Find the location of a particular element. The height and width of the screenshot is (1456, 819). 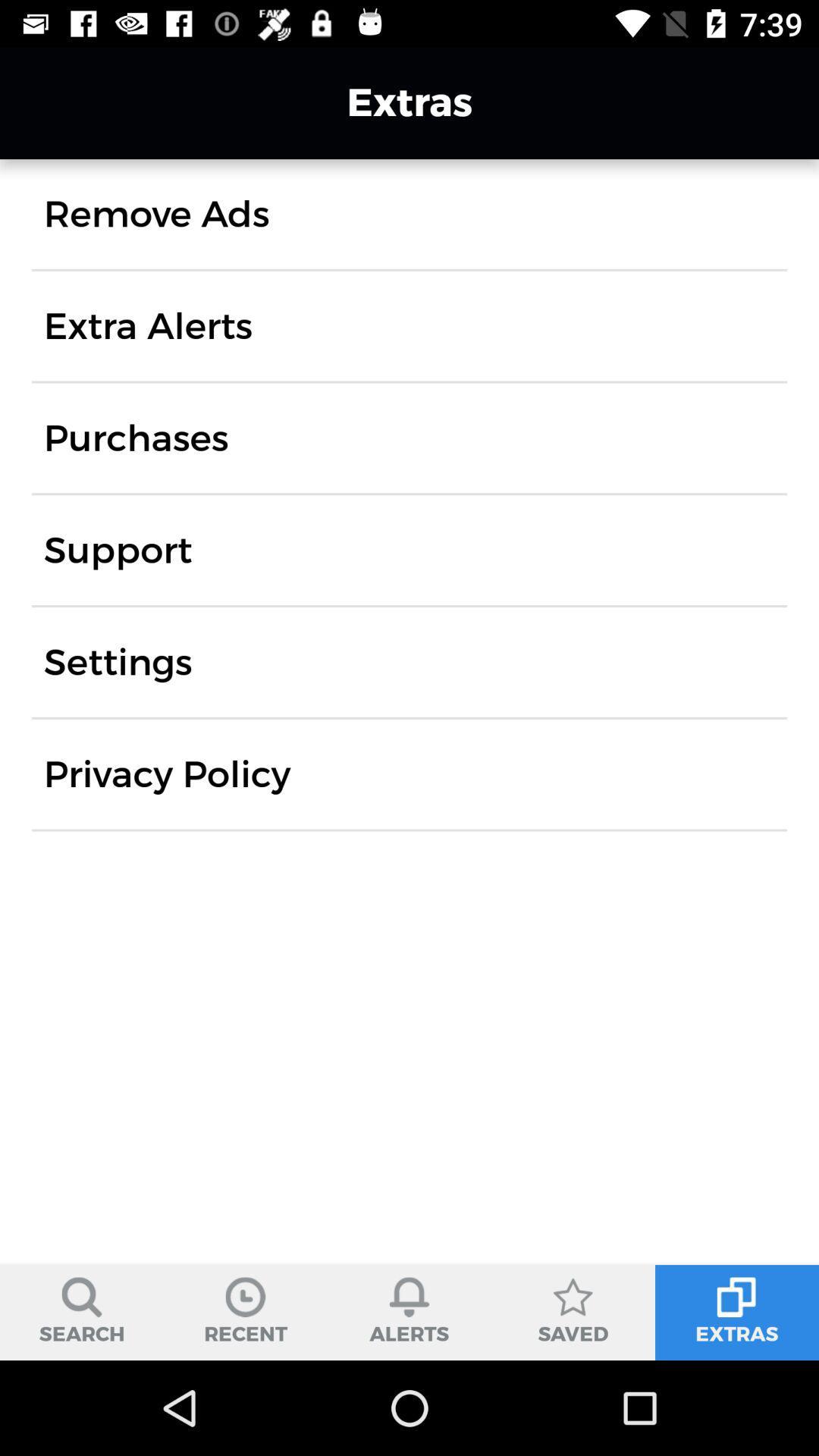

icon below the settings icon is located at coordinates (167, 774).